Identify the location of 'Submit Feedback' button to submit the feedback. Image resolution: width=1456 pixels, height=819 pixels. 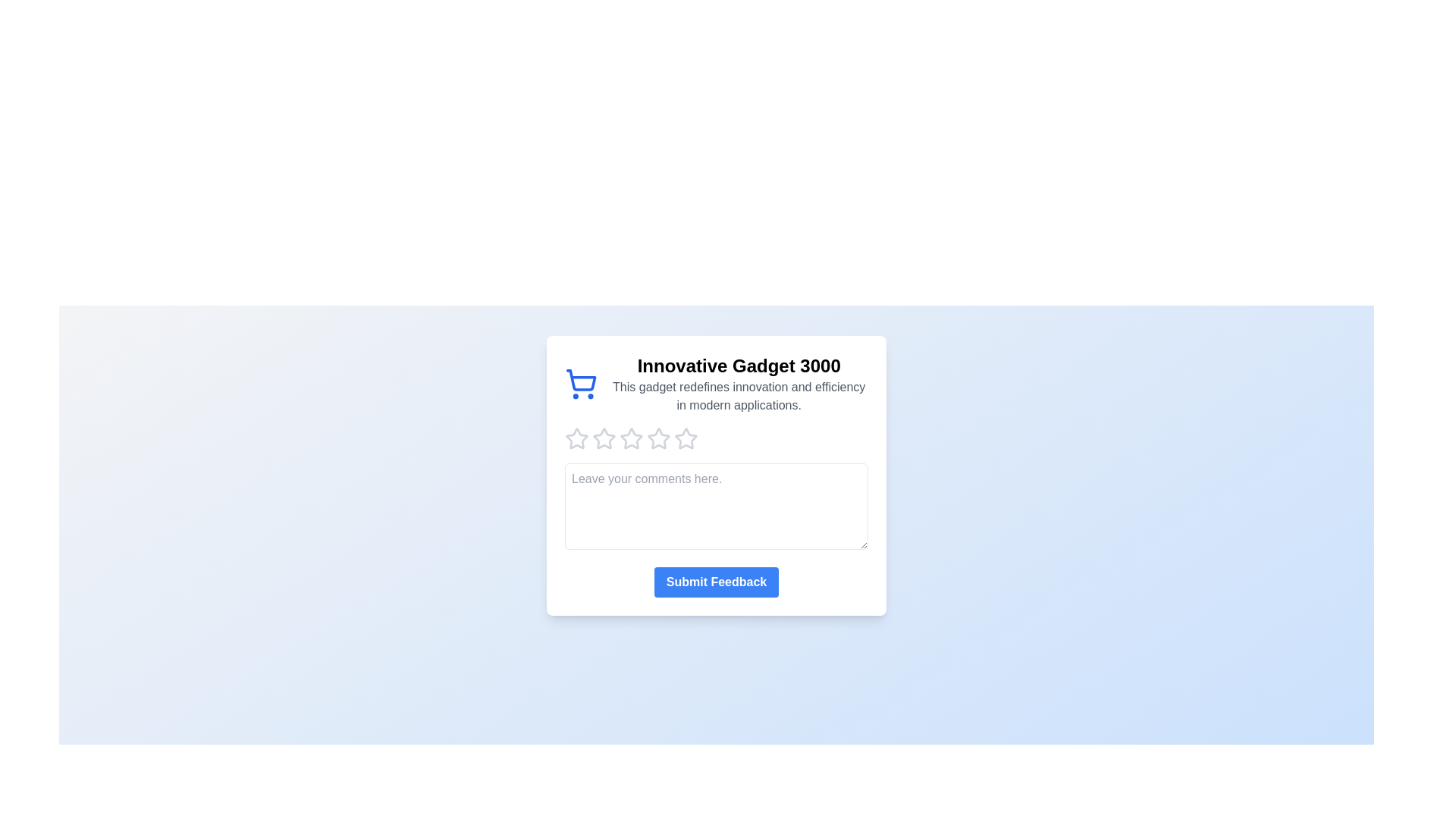
(716, 581).